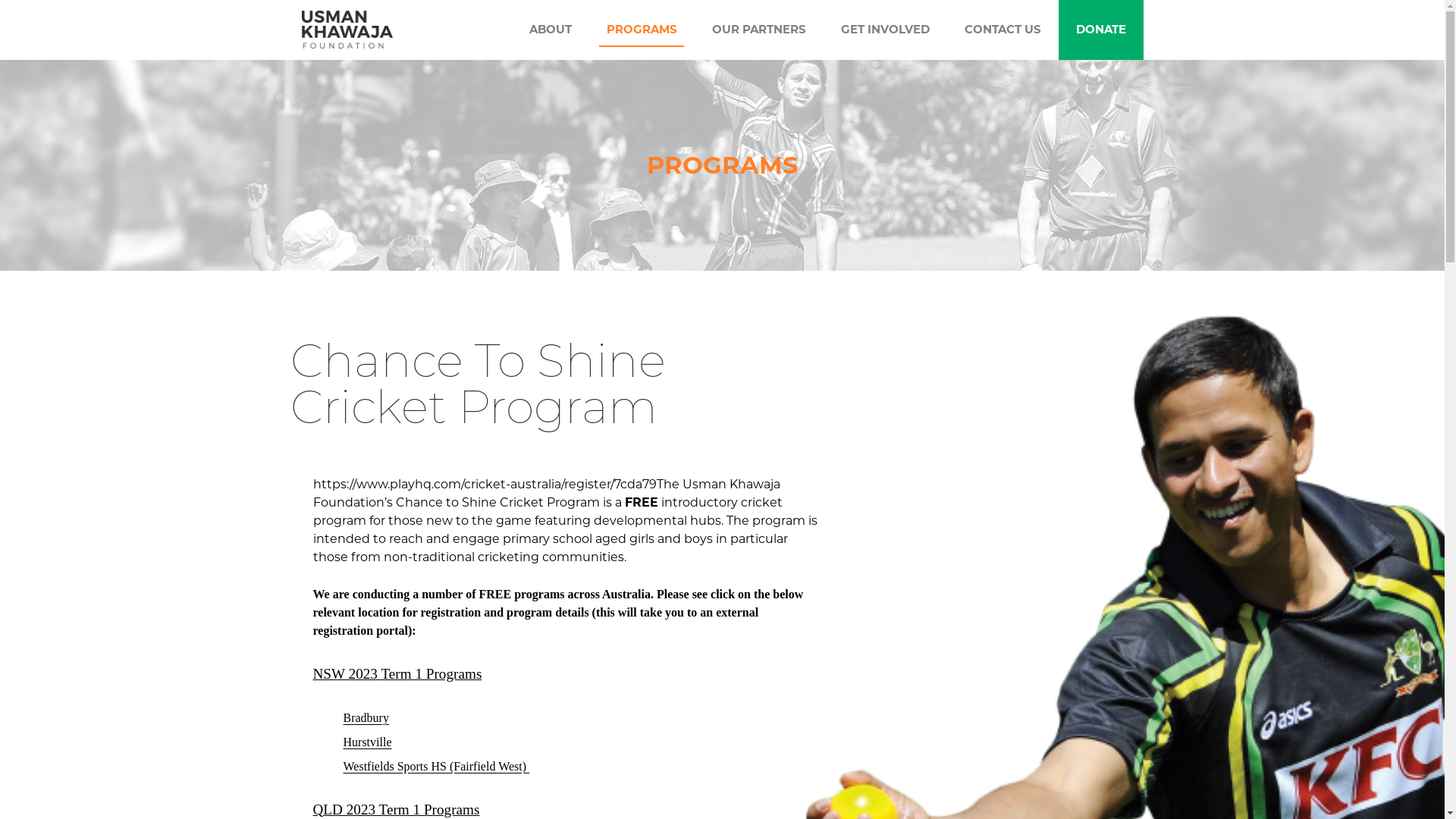 Image resolution: width=1456 pixels, height=819 pixels. I want to click on 'OUR PARTNERS', so click(758, 30).